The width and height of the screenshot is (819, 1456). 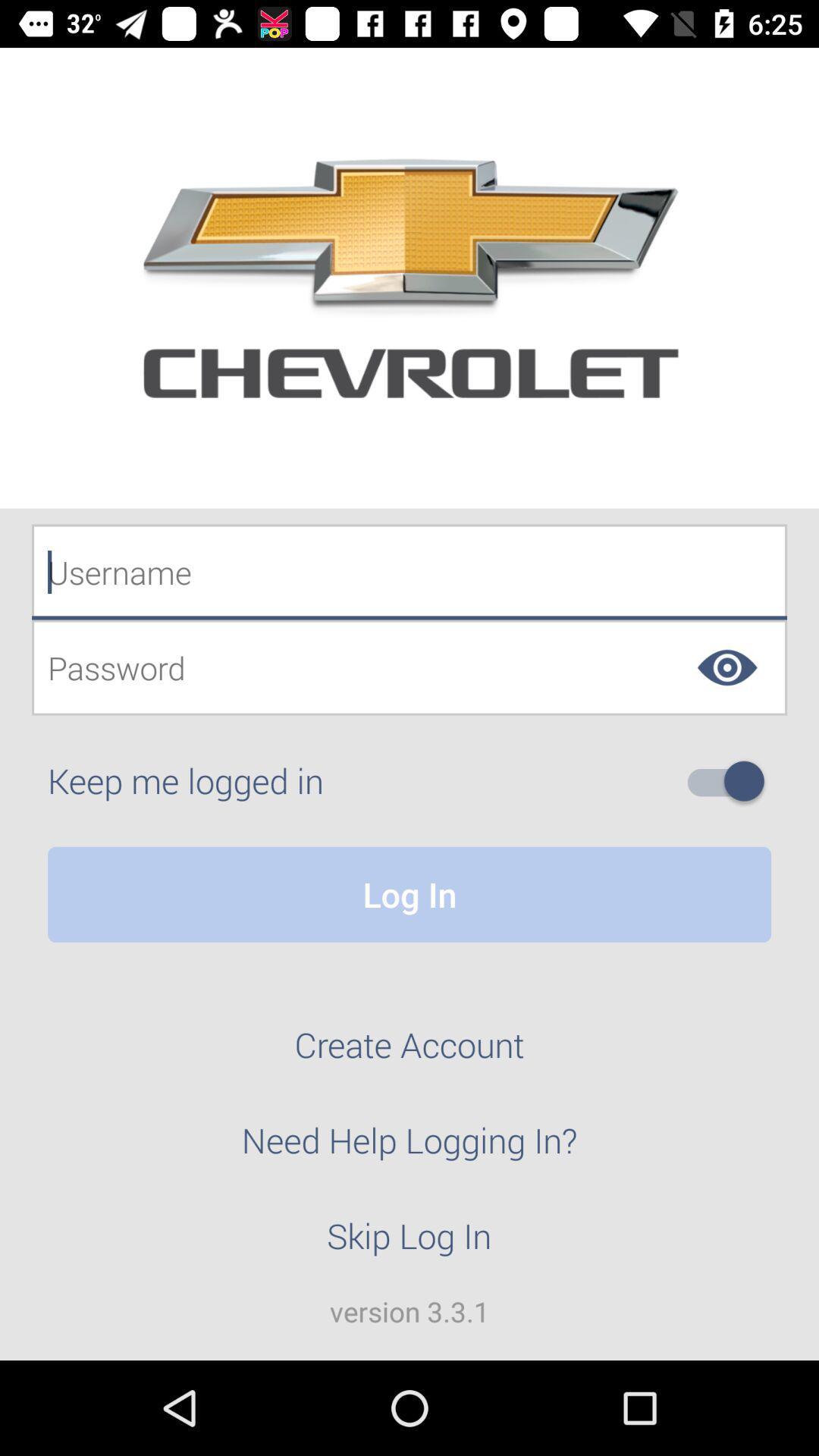 I want to click on icon on the right, so click(x=731, y=781).